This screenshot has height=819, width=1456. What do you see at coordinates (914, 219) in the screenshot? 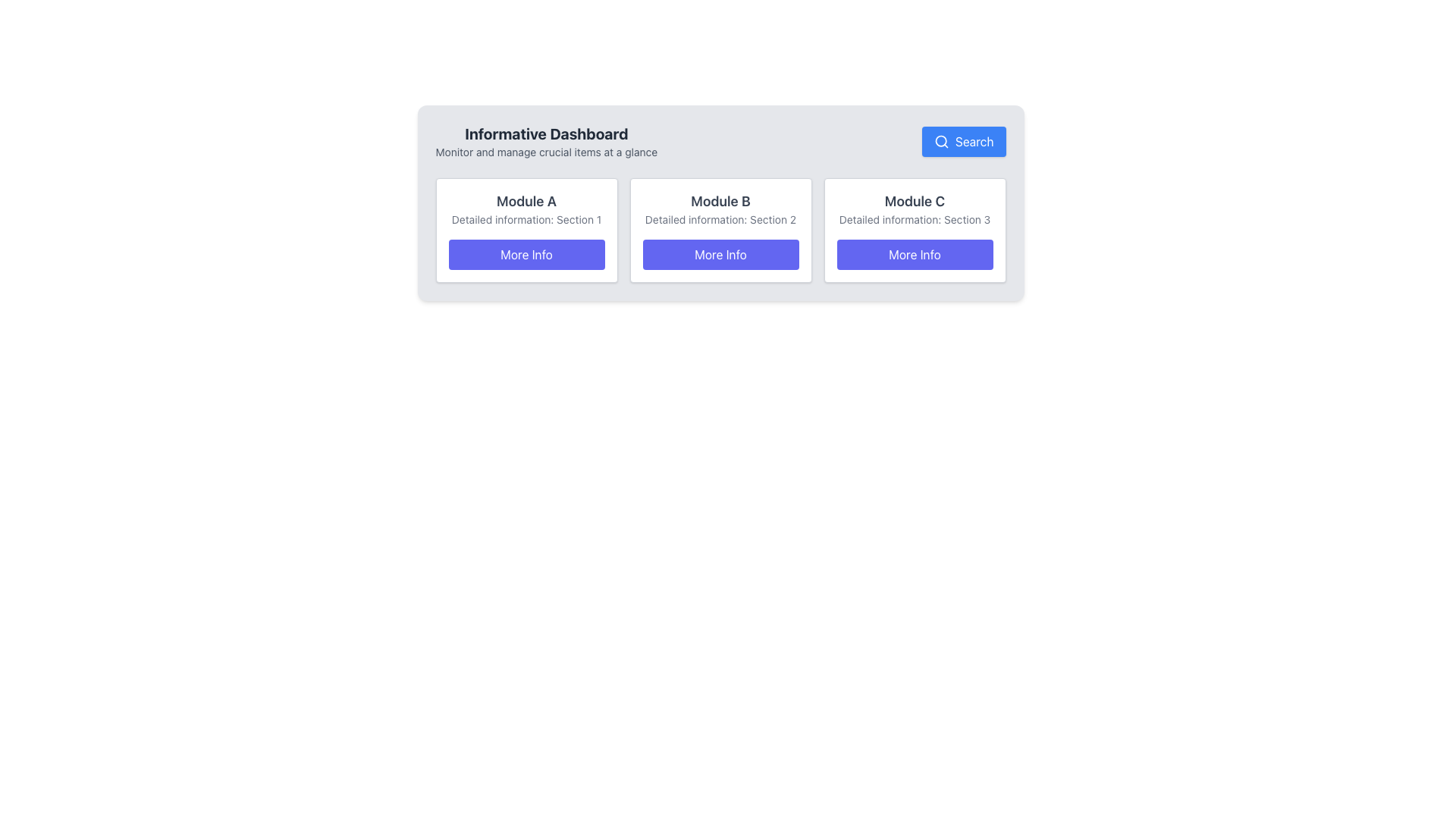
I see `the text label displaying 'Detailed information: Section 3' located in 'Module C', positioned below the module title and above the 'More Info' button` at bounding box center [914, 219].